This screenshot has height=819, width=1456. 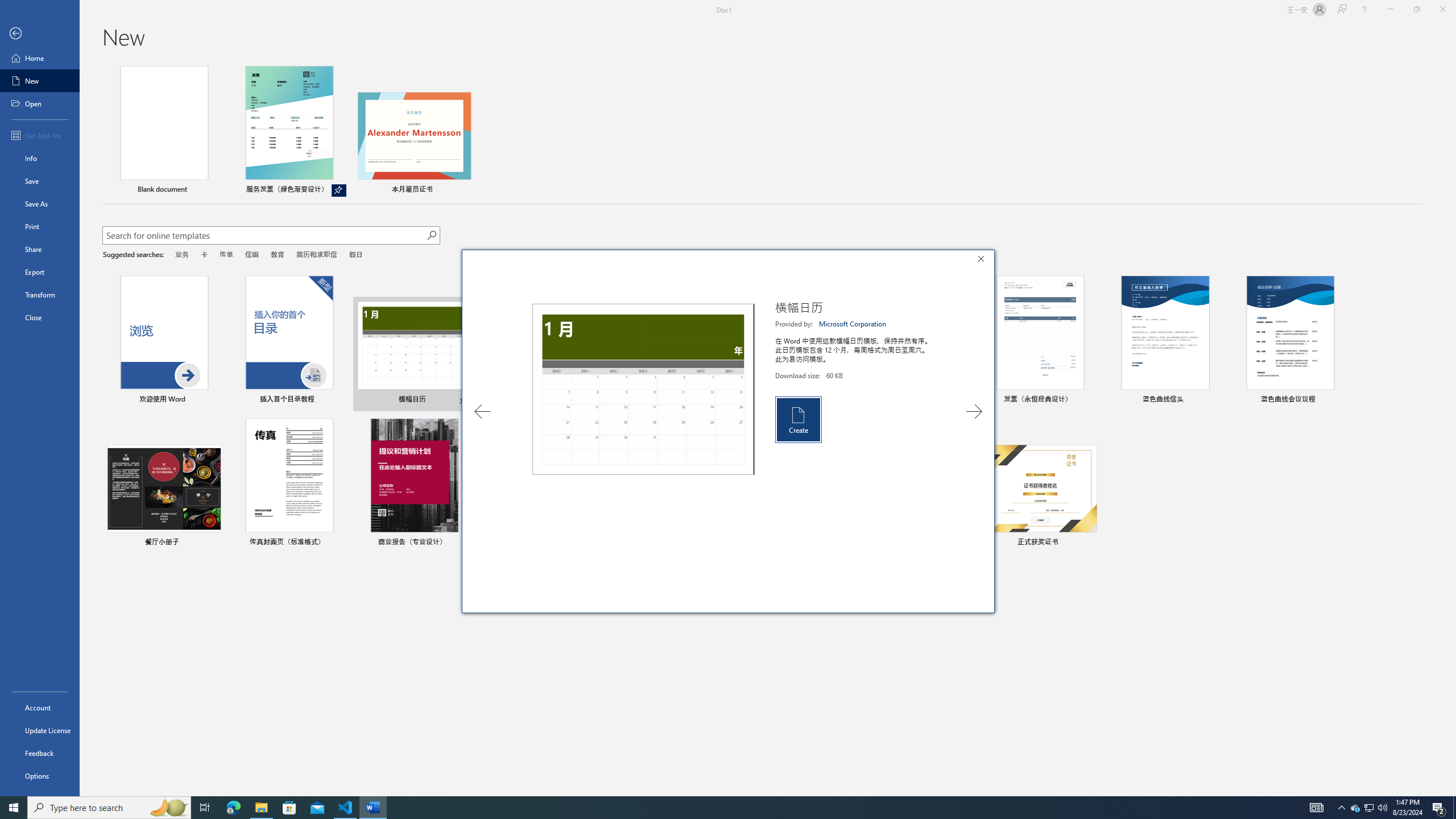 I want to click on 'New', so click(x=39, y=80).